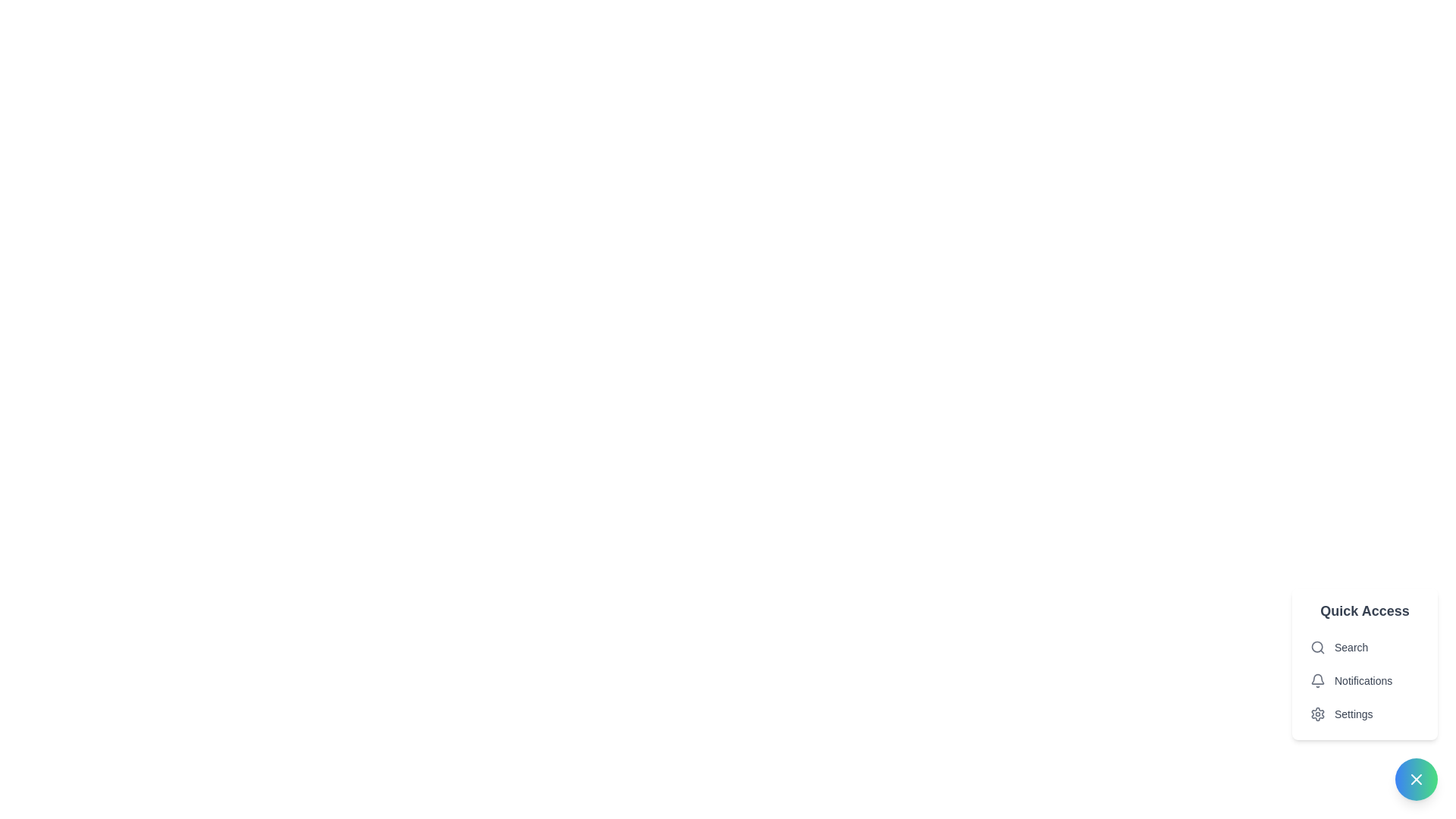 The width and height of the screenshot is (1456, 819). Describe the element at coordinates (1365, 647) in the screenshot. I see `the 'Search' button under the 'Quick Access' header` at that location.